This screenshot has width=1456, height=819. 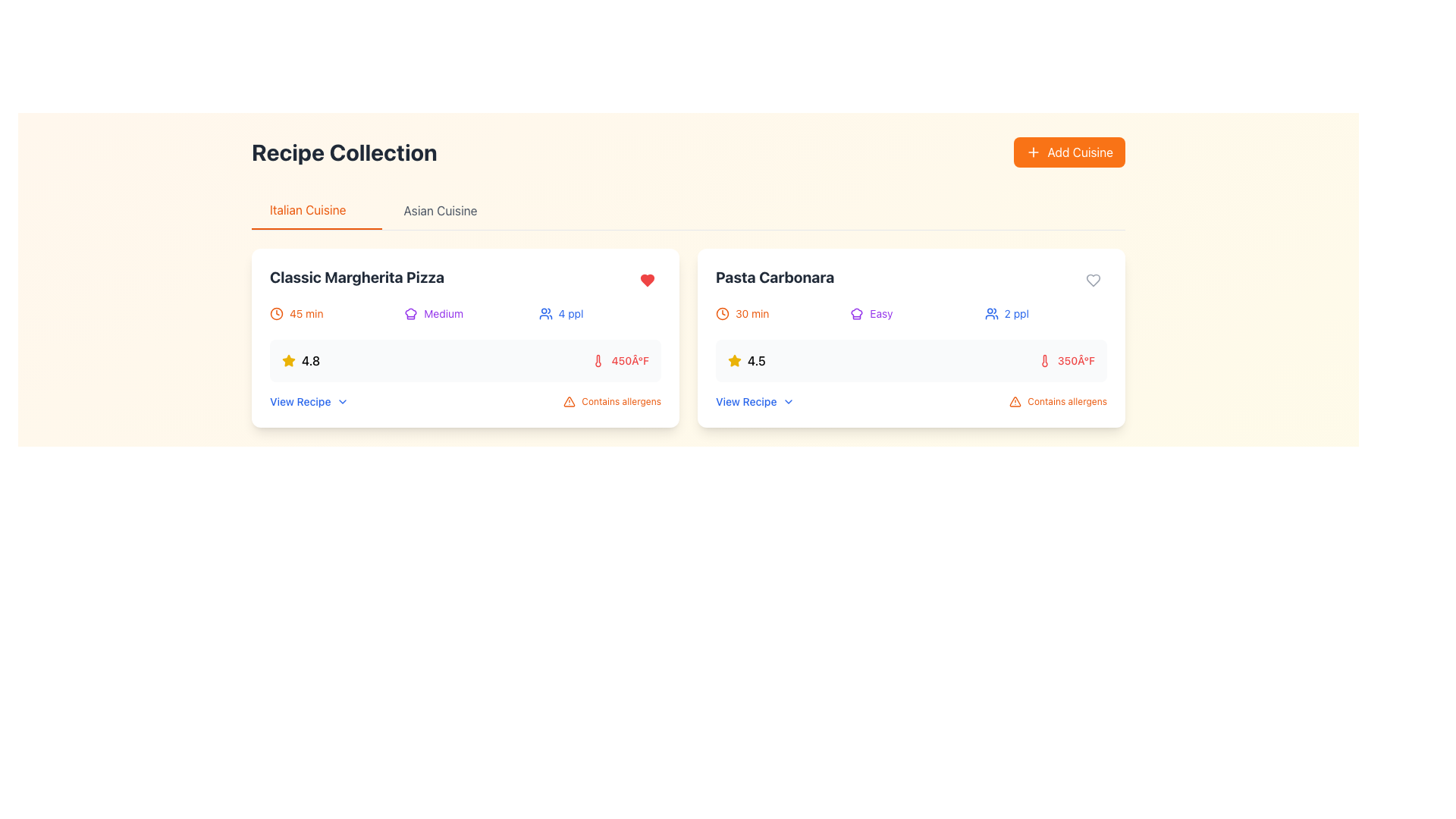 I want to click on the text label displaying the number of people in a group, which is located adjacent to an icon resembling two people in the top-right portion of the card interface, so click(x=1016, y=312).